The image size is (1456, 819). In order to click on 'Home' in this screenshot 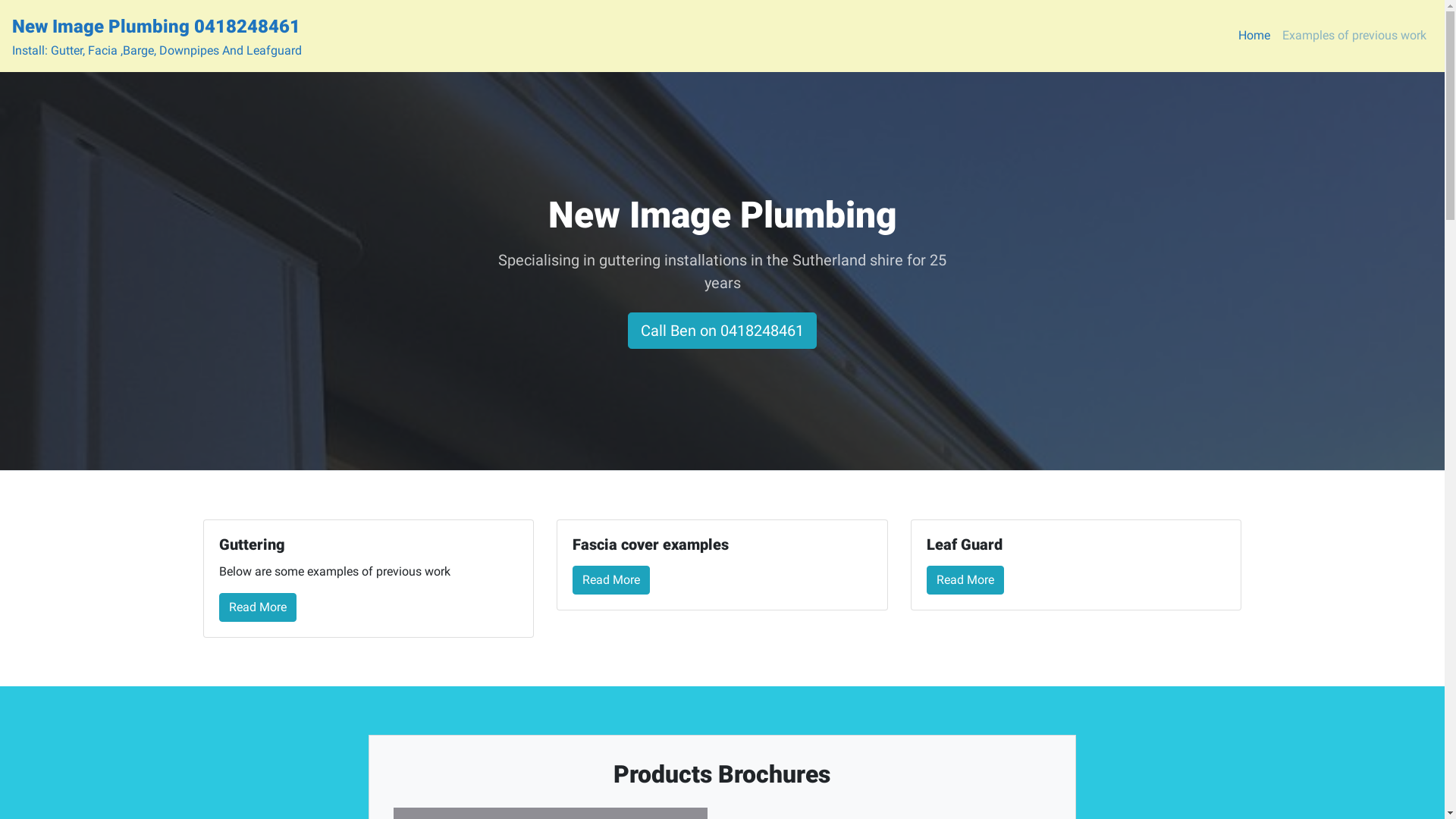, I will do `click(1232, 34)`.